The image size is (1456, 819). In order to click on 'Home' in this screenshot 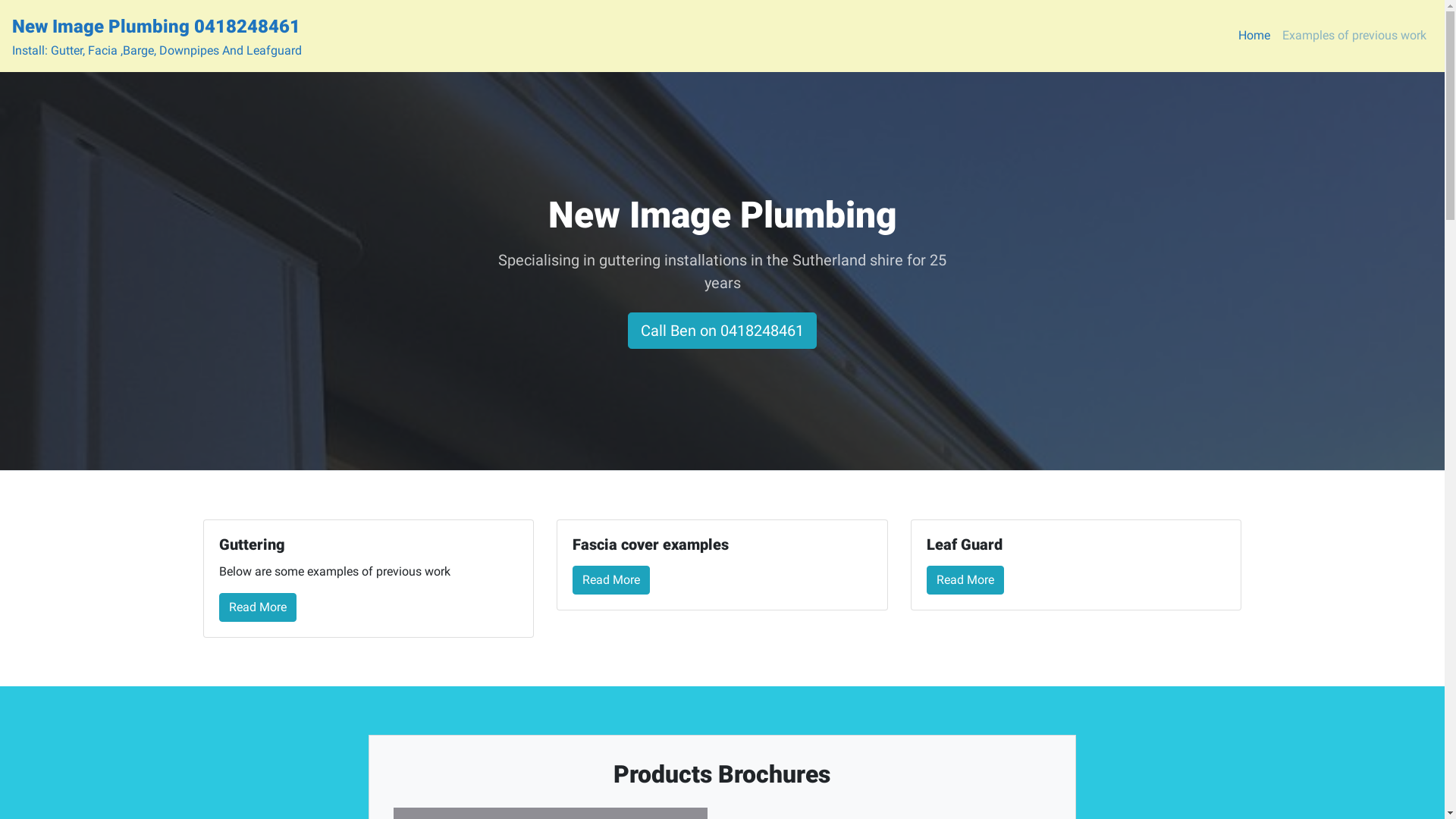, I will do `click(1232, 34)`.